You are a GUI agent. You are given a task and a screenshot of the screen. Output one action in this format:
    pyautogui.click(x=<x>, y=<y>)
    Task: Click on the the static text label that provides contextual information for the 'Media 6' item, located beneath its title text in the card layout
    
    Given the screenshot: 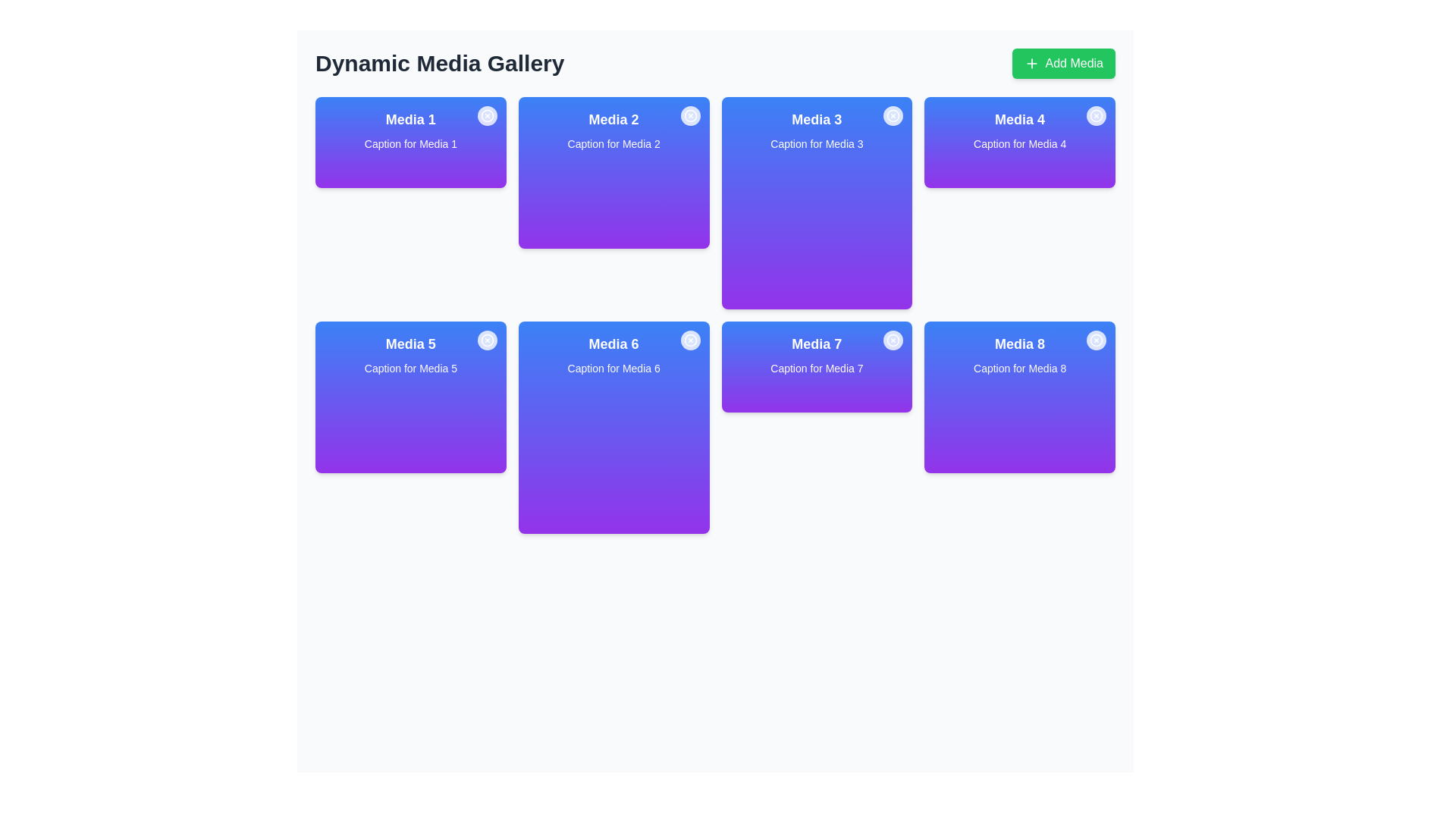 What is the action you would take?
    pyautogui.click(x=613, y=369)
    